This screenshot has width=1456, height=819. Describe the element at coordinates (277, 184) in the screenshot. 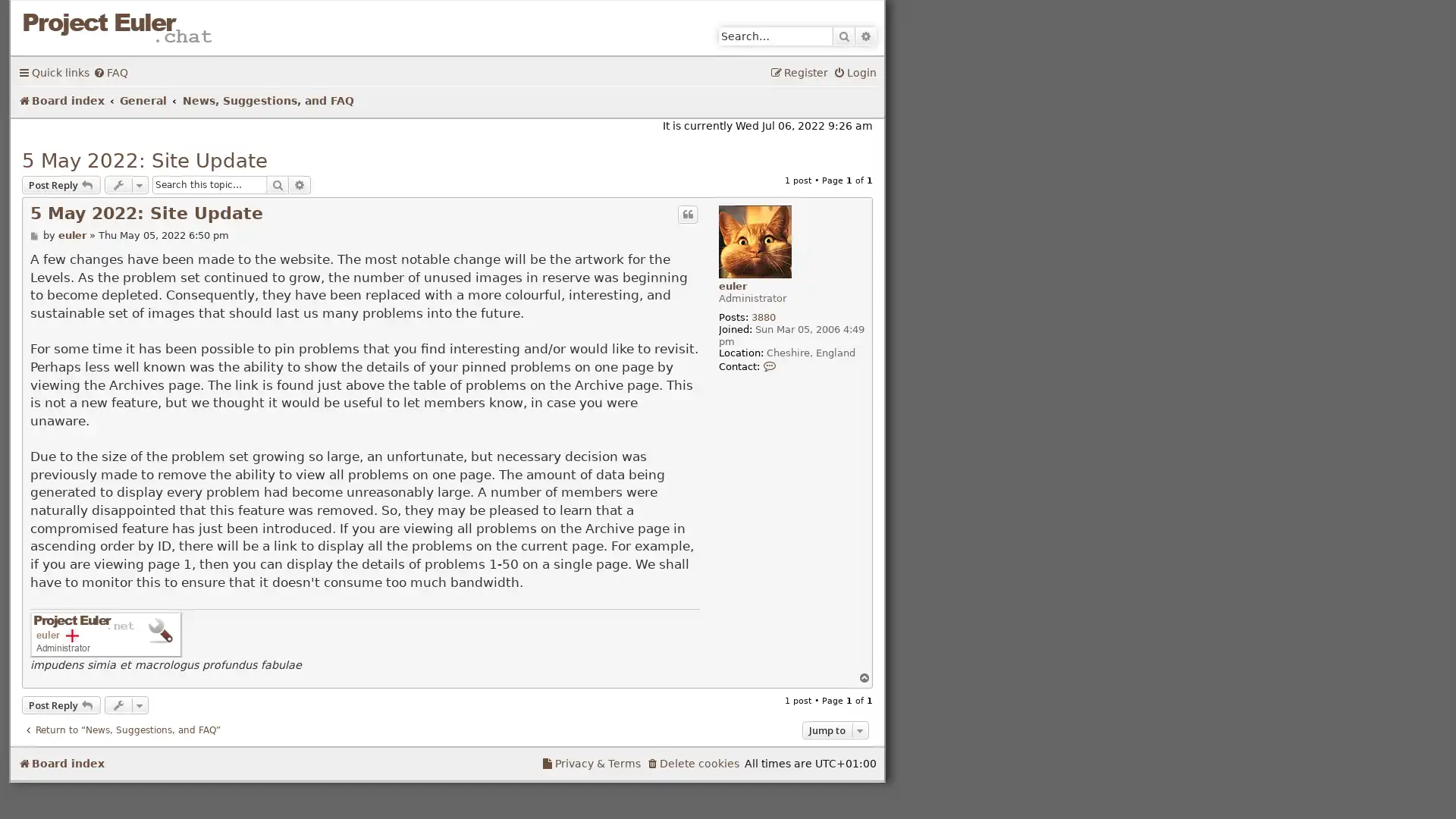

I see `Search` at that location.